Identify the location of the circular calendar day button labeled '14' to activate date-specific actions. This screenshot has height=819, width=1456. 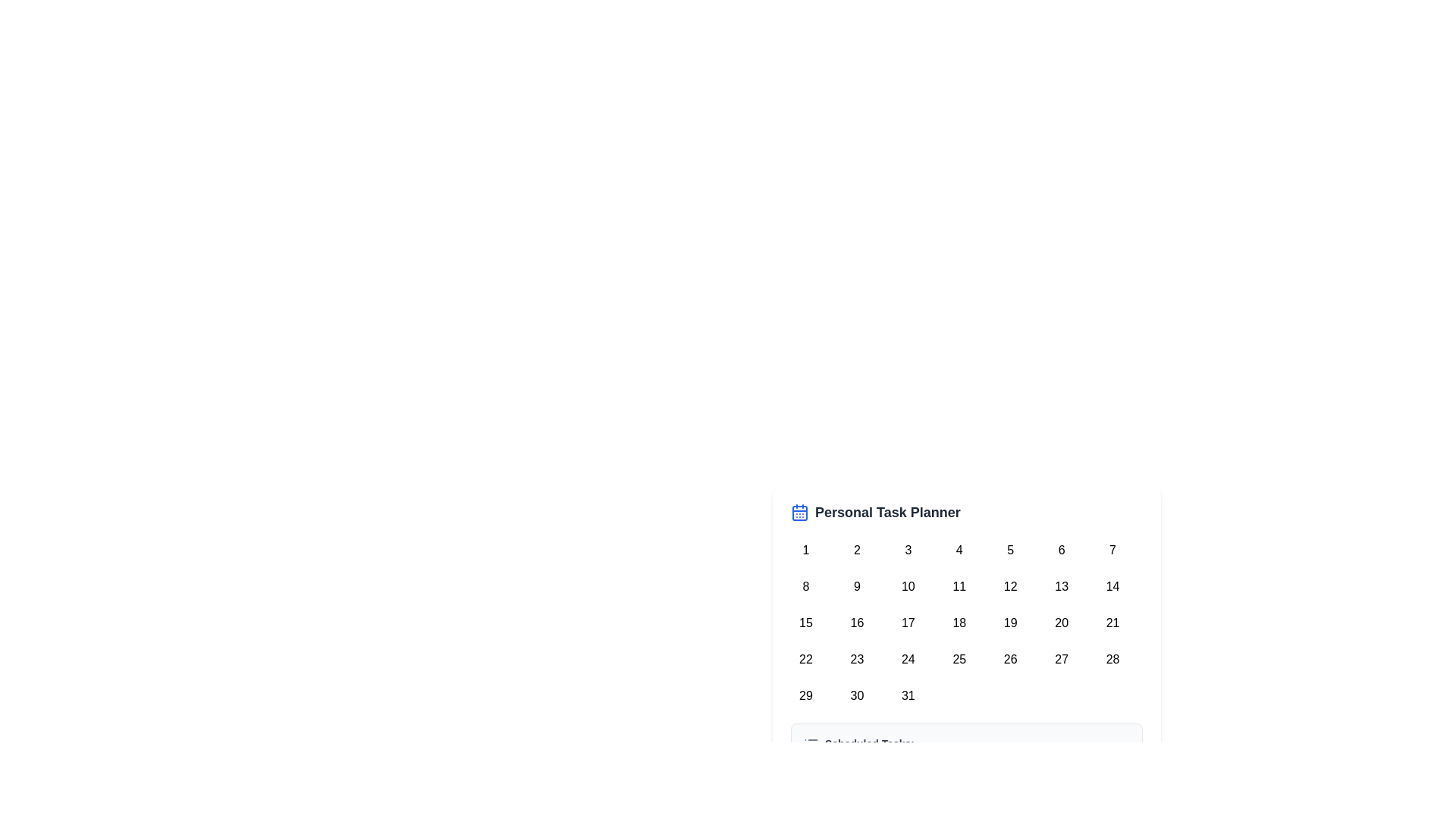
(1112, 586).